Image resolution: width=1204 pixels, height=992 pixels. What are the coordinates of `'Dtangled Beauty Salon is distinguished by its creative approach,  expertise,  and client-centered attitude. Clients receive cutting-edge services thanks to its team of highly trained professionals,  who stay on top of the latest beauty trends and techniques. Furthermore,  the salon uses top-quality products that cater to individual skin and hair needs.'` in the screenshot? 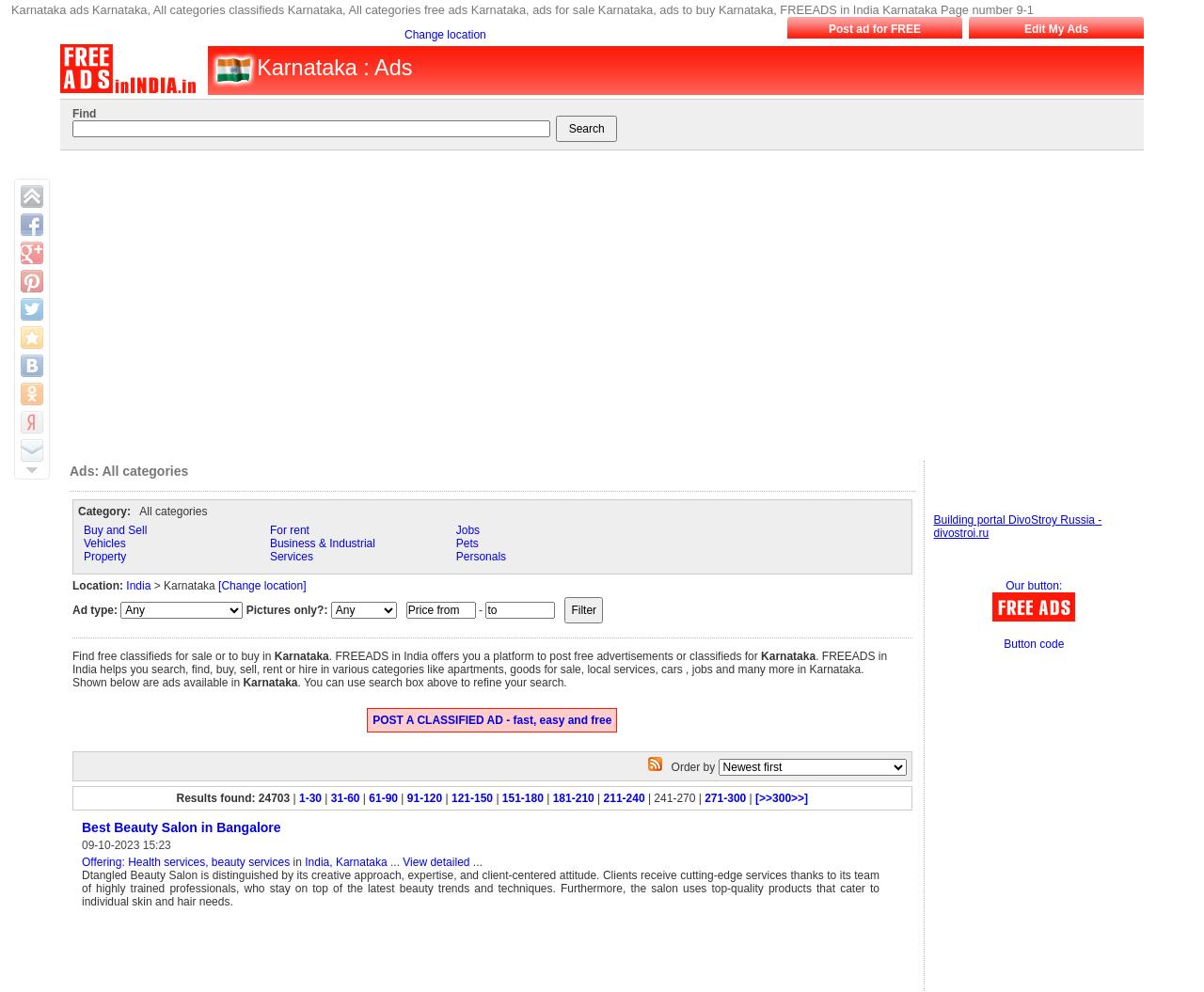 It's located at (480, 888).